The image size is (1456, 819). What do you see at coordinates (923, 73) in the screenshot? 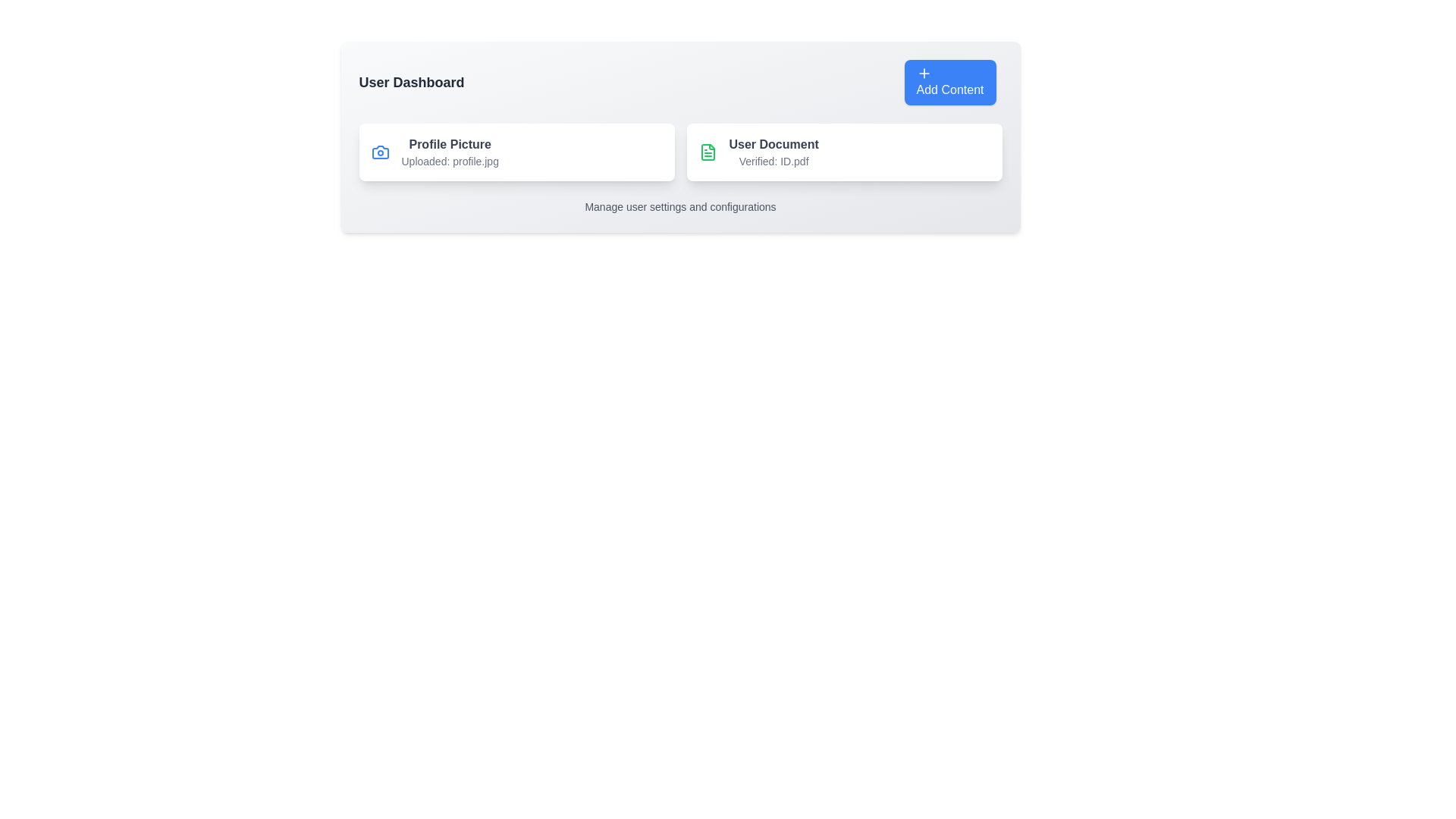
I see `the plus icon within the 'Add Content' button, which is styled with a blue background and white text, located in the top right corner of the interface` at bounding box center [923, 73].